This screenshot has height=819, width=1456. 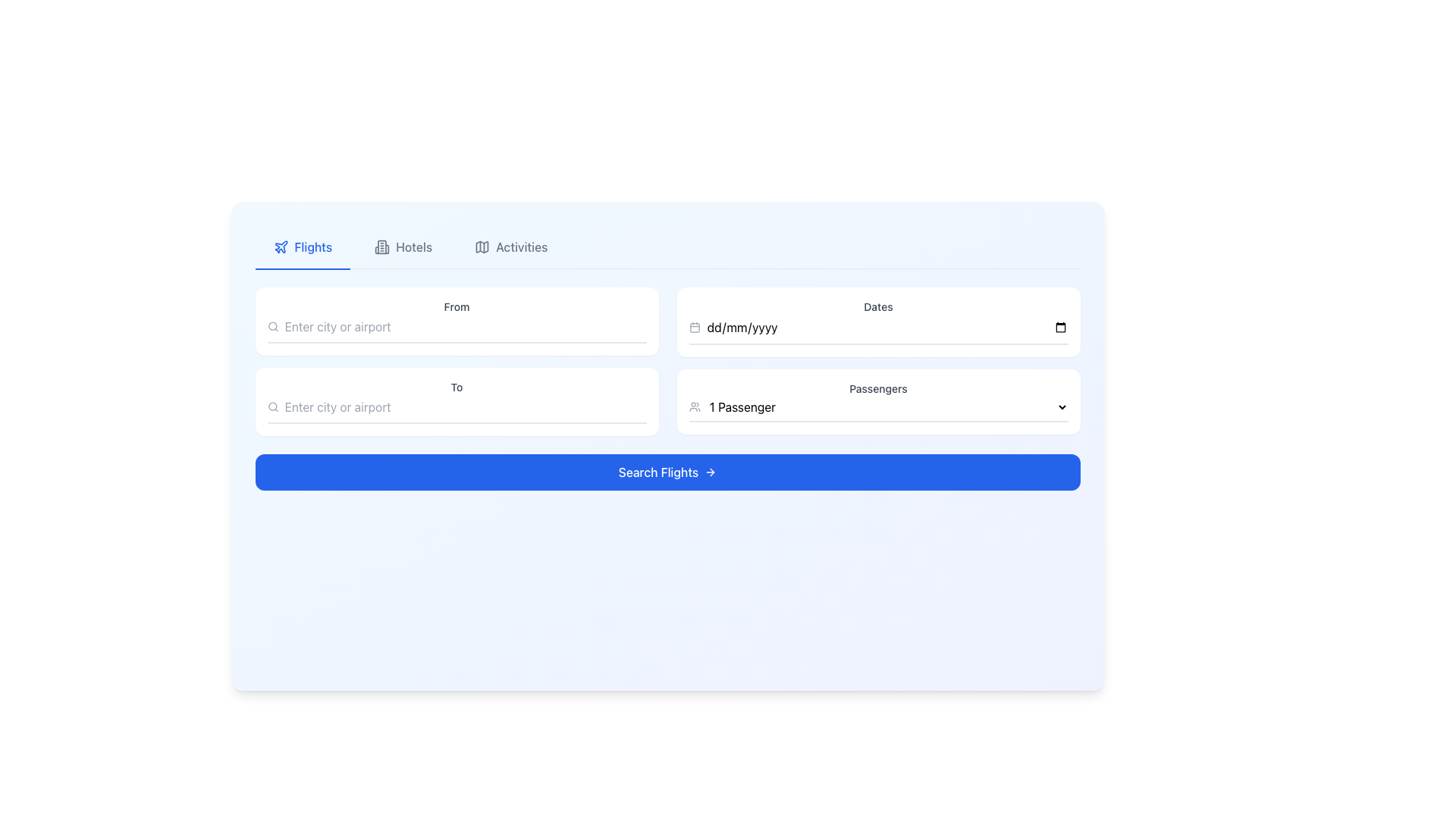 What do you see at coordinates (887, 327) in the screenshot?
I see `the Date input field located in the top-right section of the 'Dates' row to focus on it` at bounding box center [887, 327].